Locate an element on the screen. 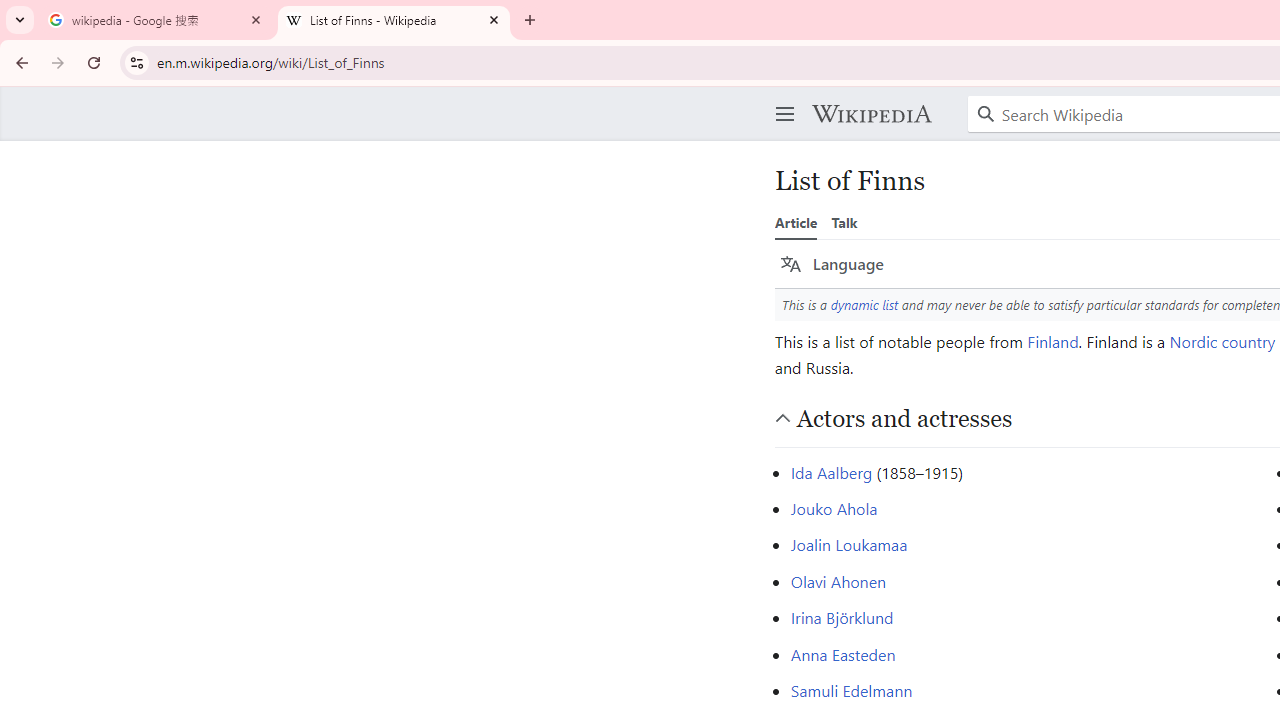 This screenshot has height=720, width=1280. 'Olavi Ahonen' is located at coordinates (838, 581).